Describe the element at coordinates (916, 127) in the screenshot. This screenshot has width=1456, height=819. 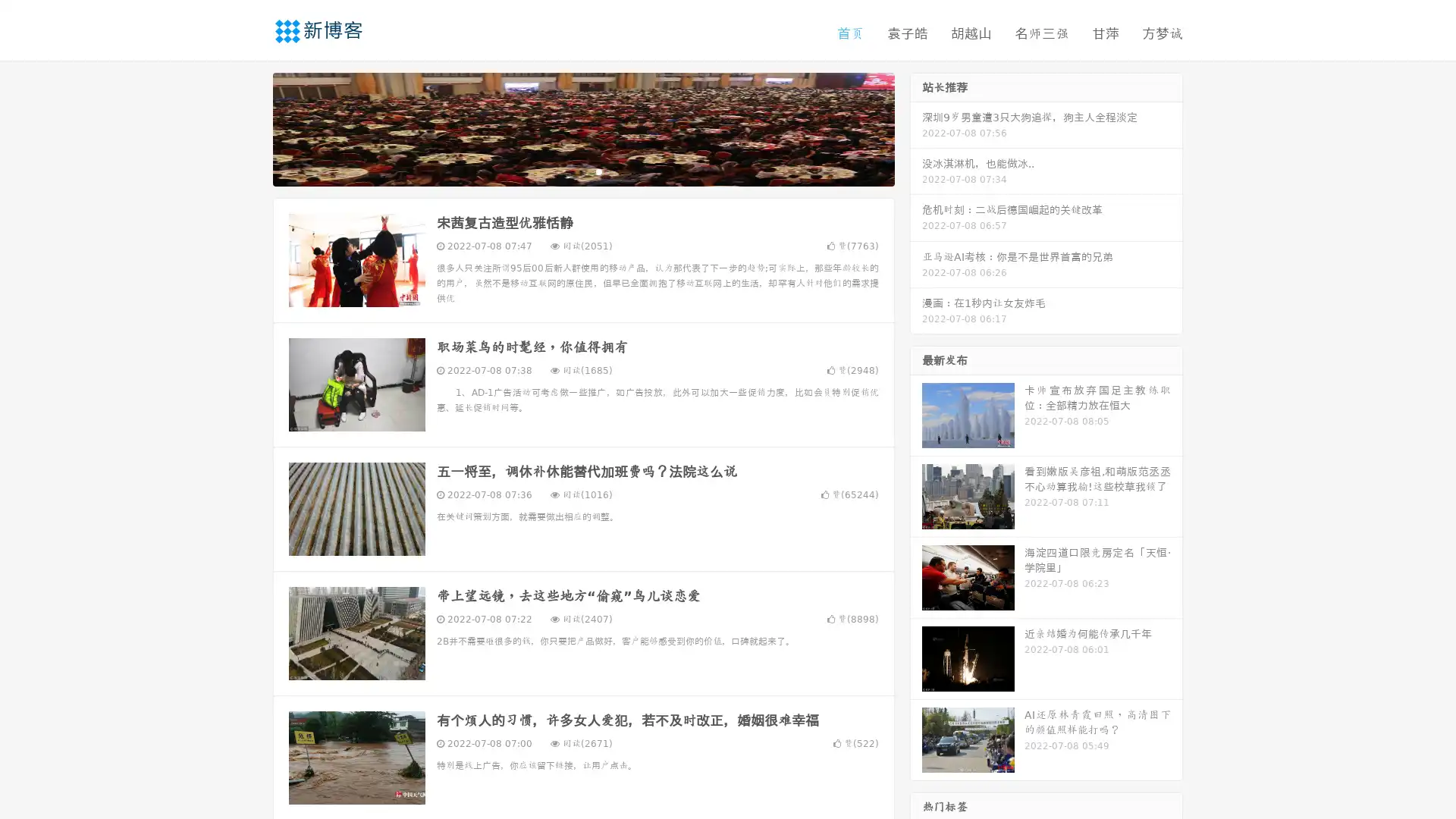
I see `Next slide` at that location.